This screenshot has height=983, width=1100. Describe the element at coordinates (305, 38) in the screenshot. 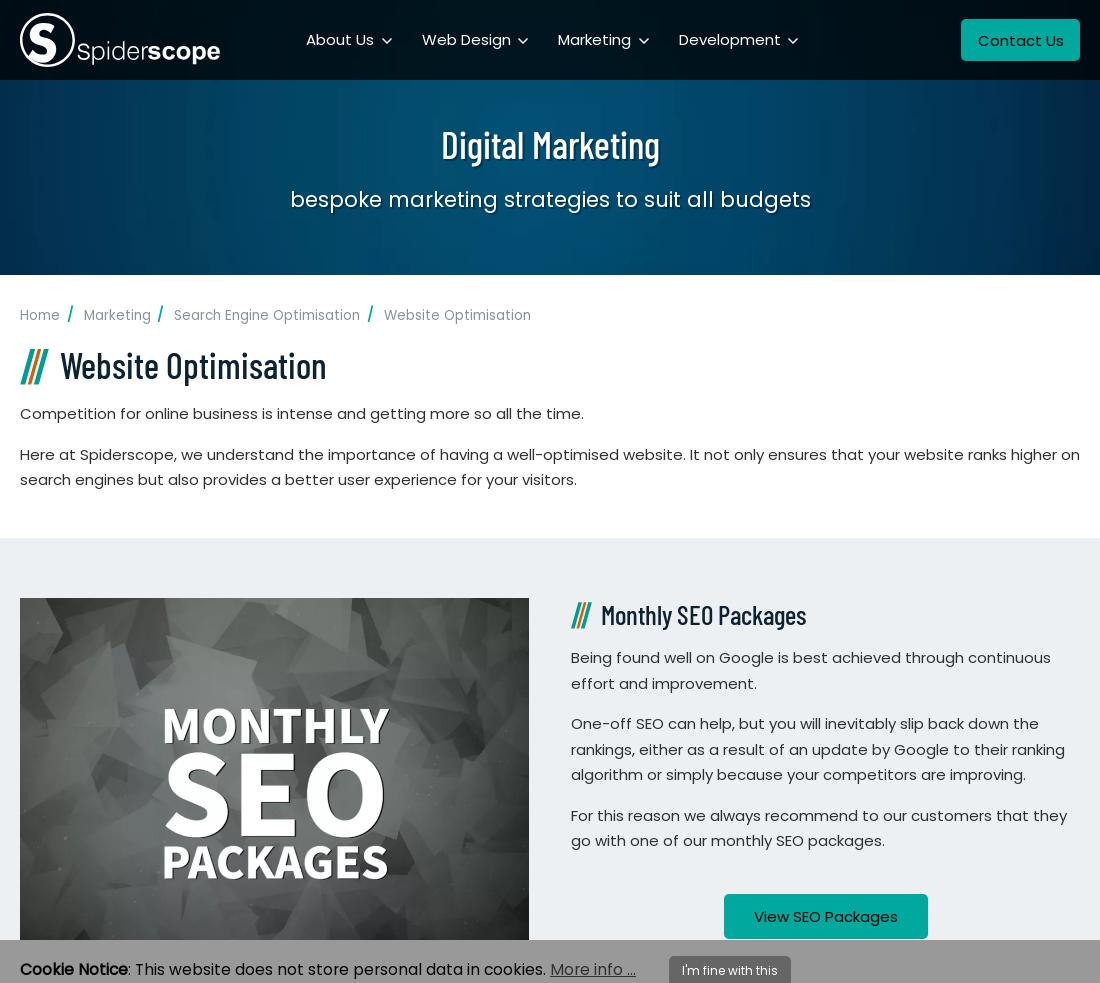

I see `'About Us'` at that location.